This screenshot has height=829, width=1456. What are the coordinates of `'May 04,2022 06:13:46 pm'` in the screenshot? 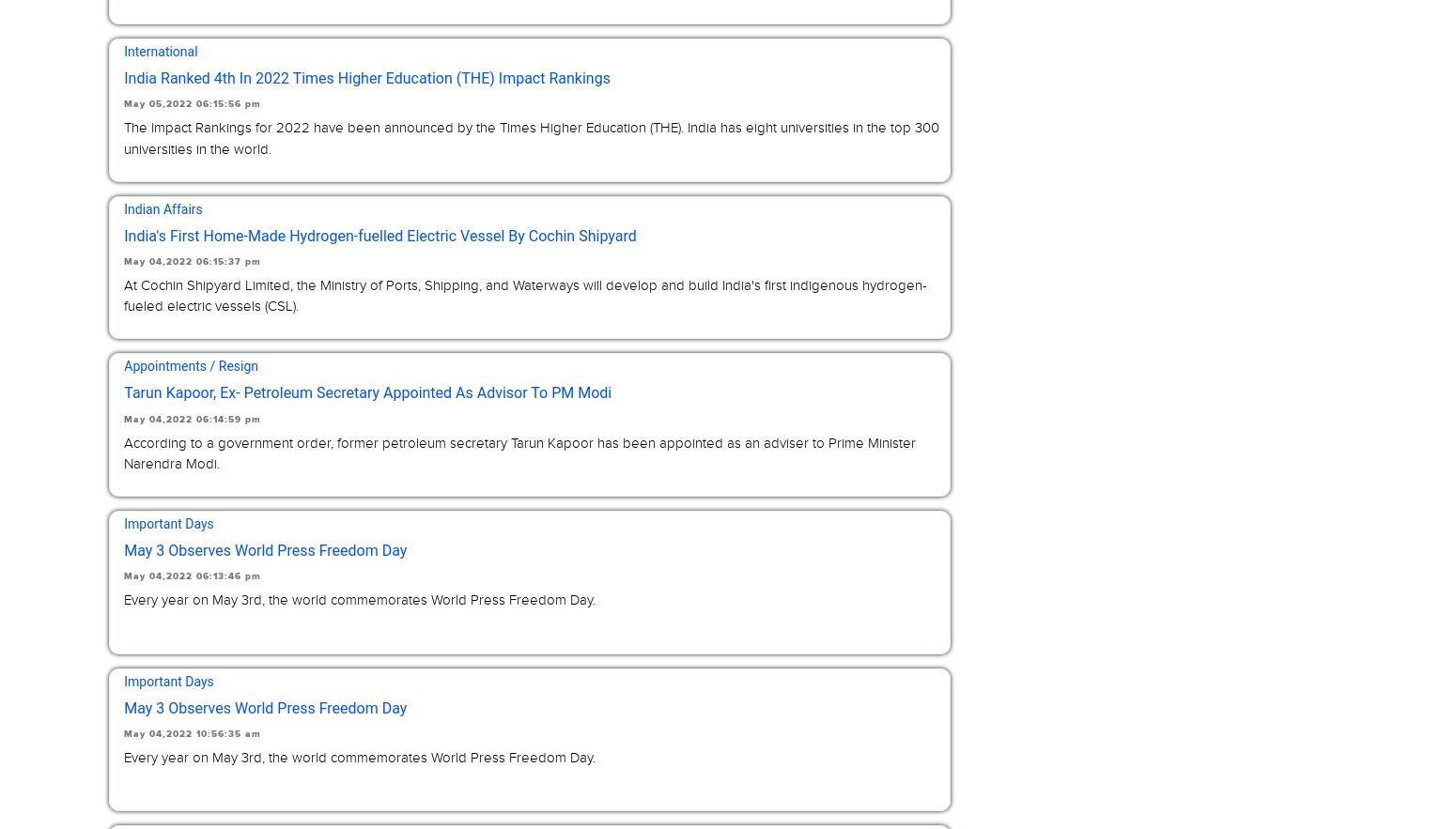 It's located at (192, 576).